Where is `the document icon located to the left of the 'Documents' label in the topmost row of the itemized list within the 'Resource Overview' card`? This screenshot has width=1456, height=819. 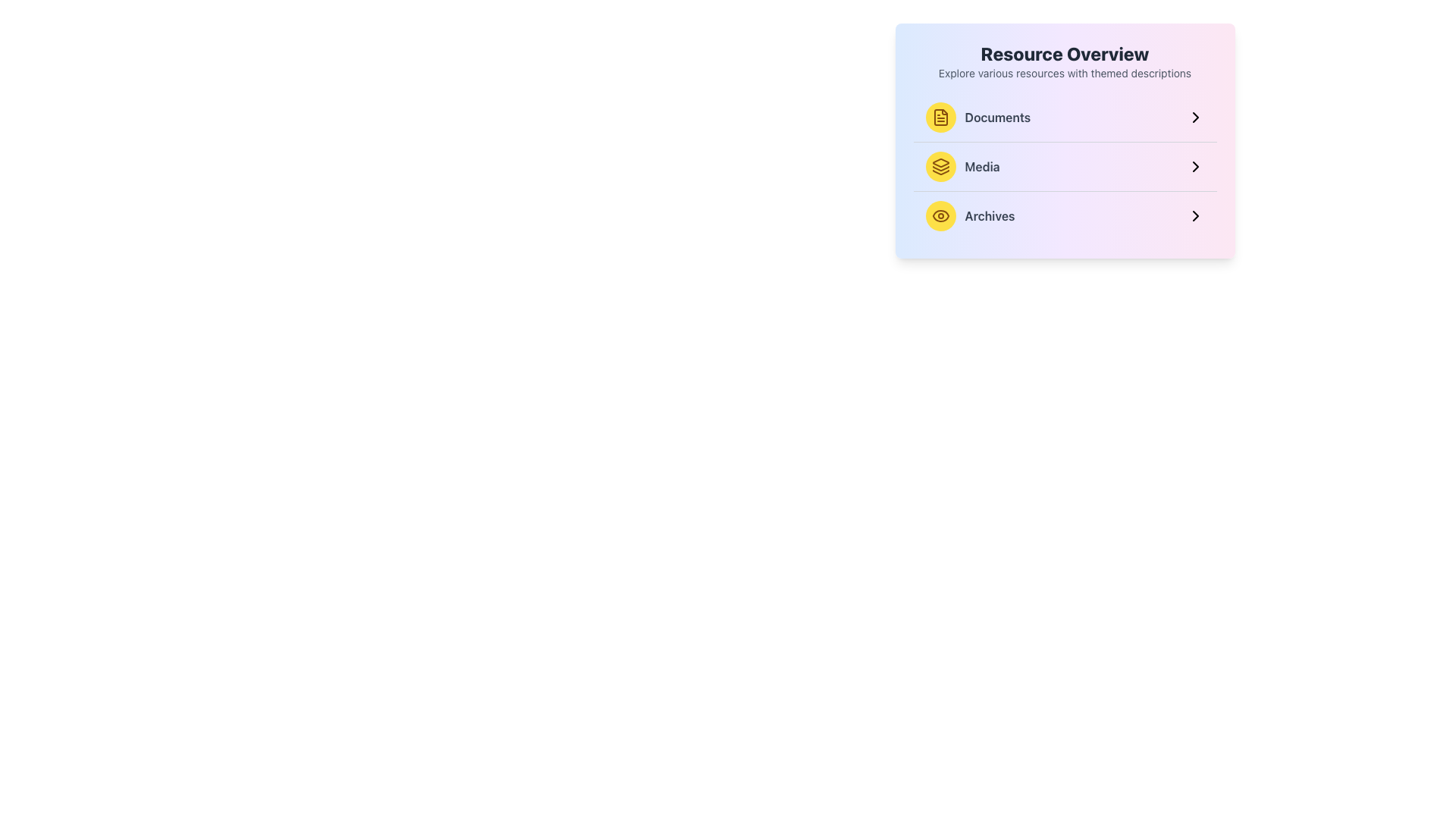
the document icon located to the left of the 'Documents' label in the topmost row of the itemized list within the 'Resource Overview' card is located at coordinates (940, 116).